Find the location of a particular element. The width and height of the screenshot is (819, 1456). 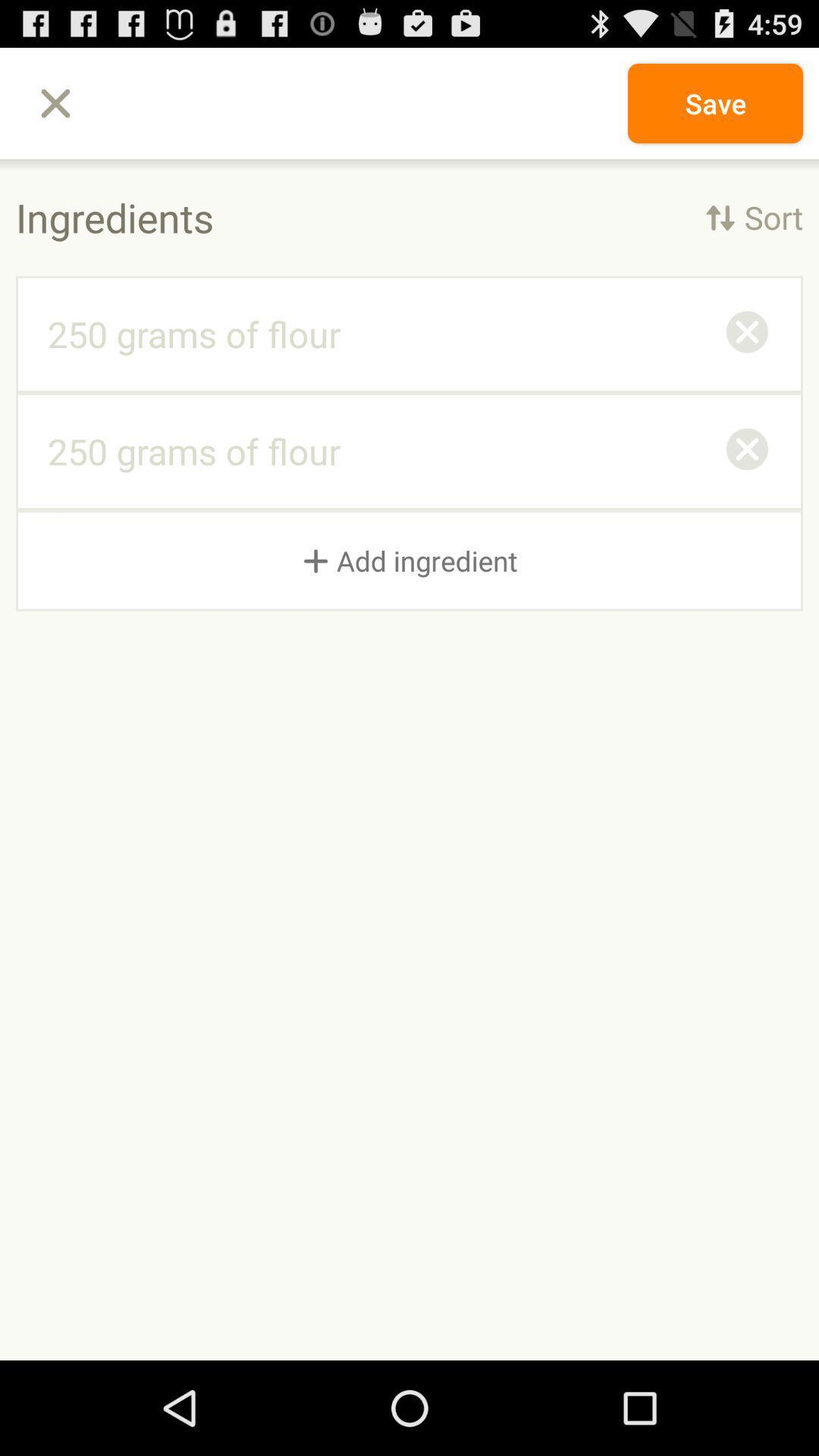

item at the top left corner is located at coordinates (55, 102).